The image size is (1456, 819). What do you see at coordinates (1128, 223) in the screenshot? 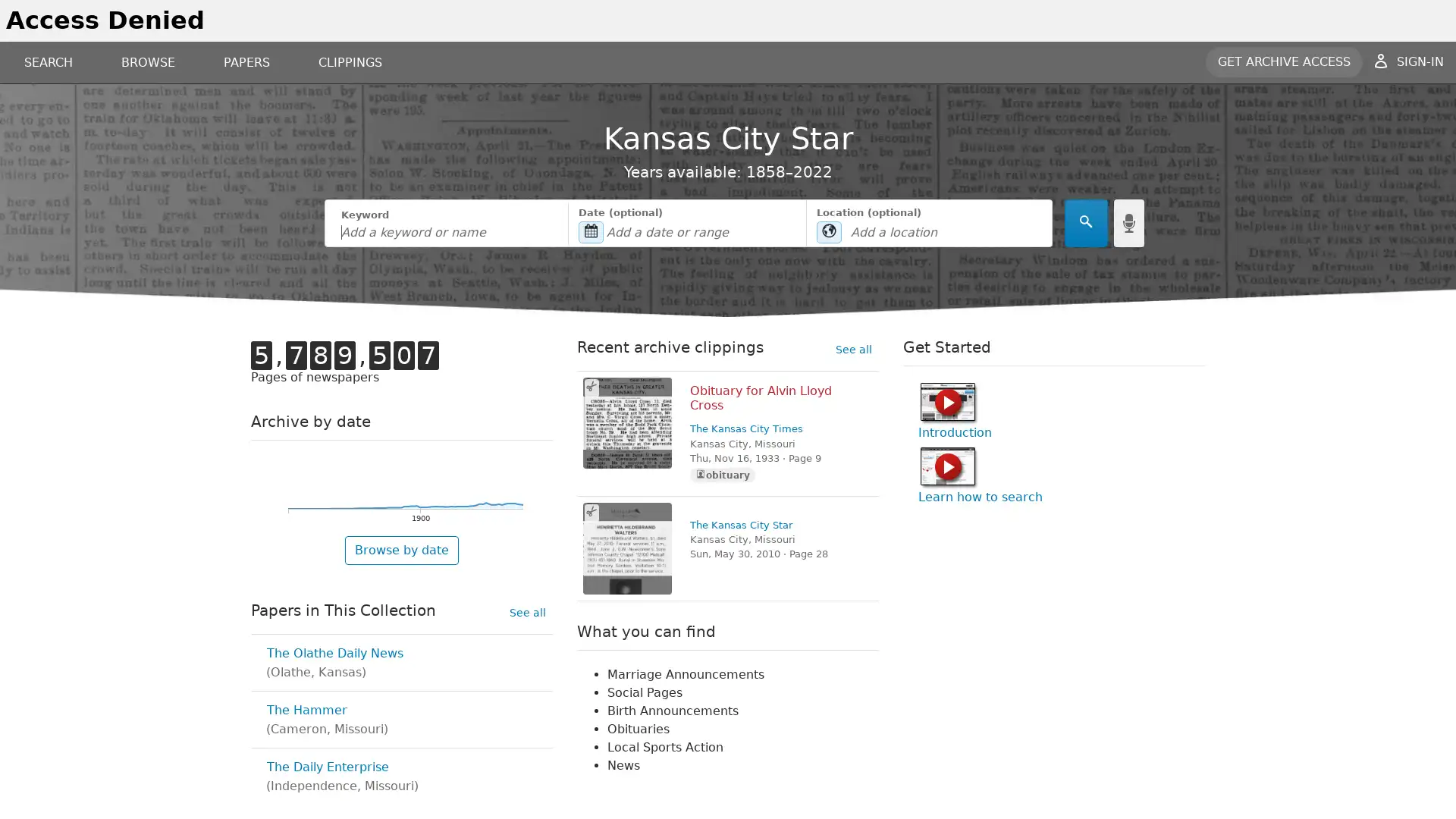
I see `Voice Search` at bounding box center [1128, 223].